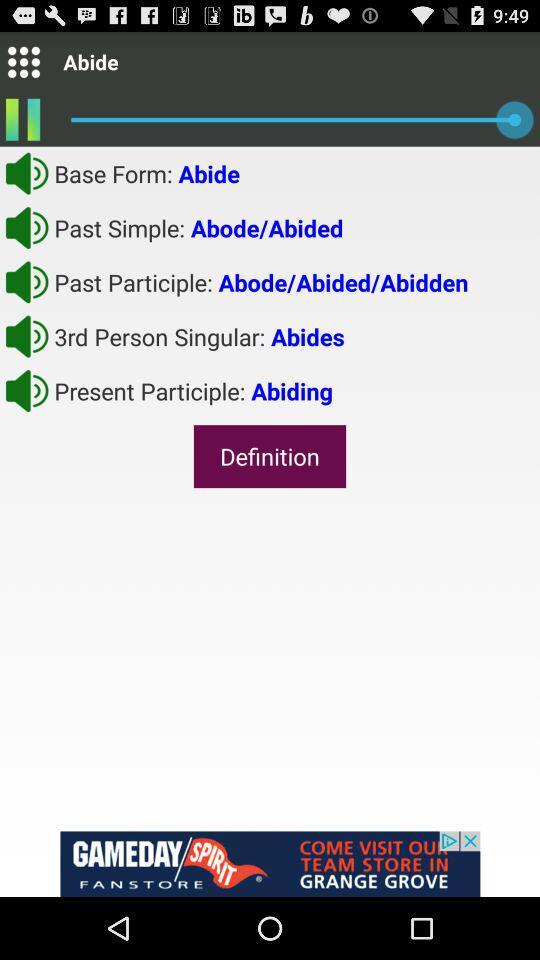 This screenshot has width=540, height=960. What do you see at coordinates (26, 336) in the screenshot?
I see `sound option` at bounding box center [26, 336].